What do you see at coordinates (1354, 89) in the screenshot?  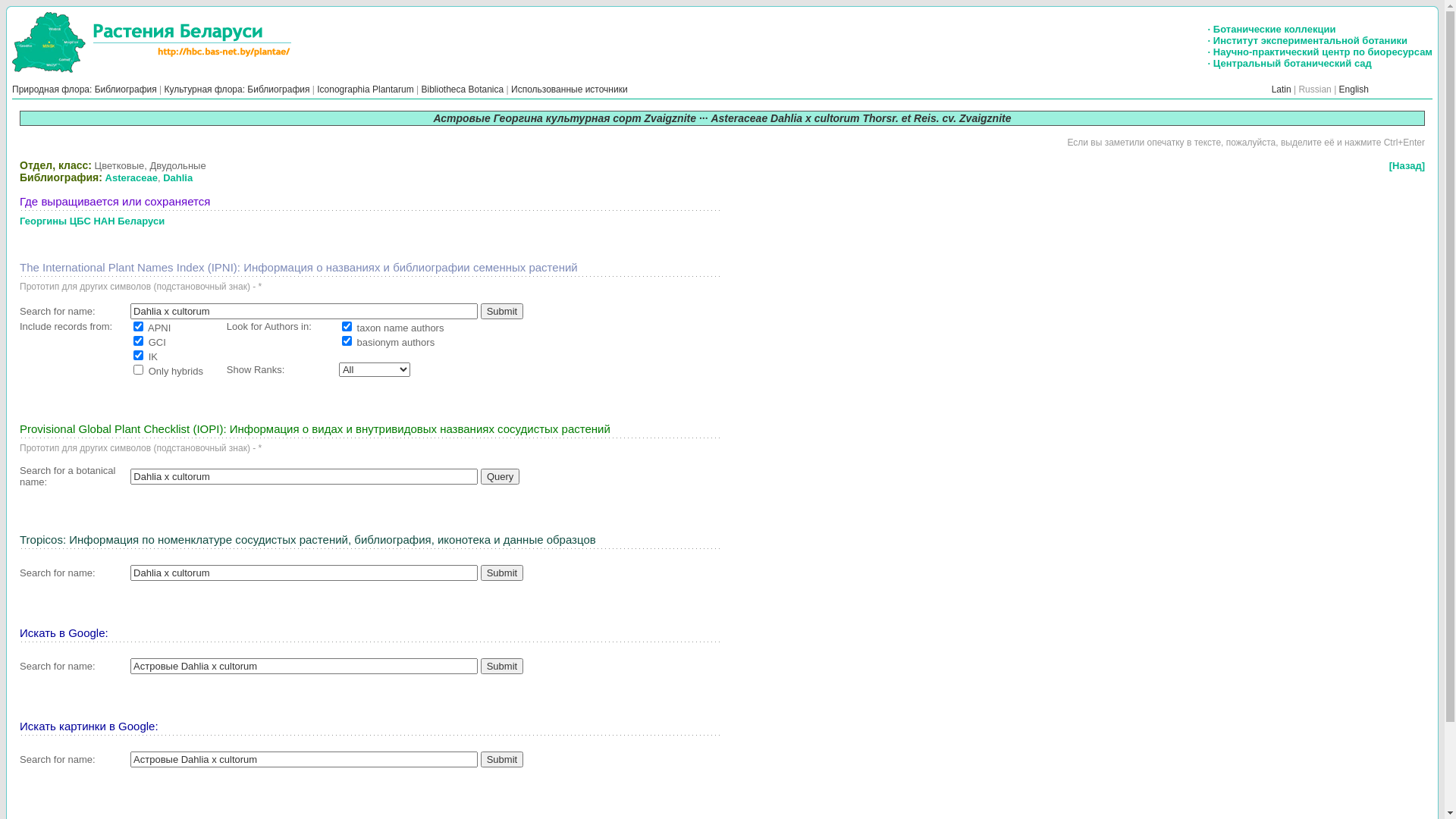 I see `'English'` at bounding box center [1354, 89].